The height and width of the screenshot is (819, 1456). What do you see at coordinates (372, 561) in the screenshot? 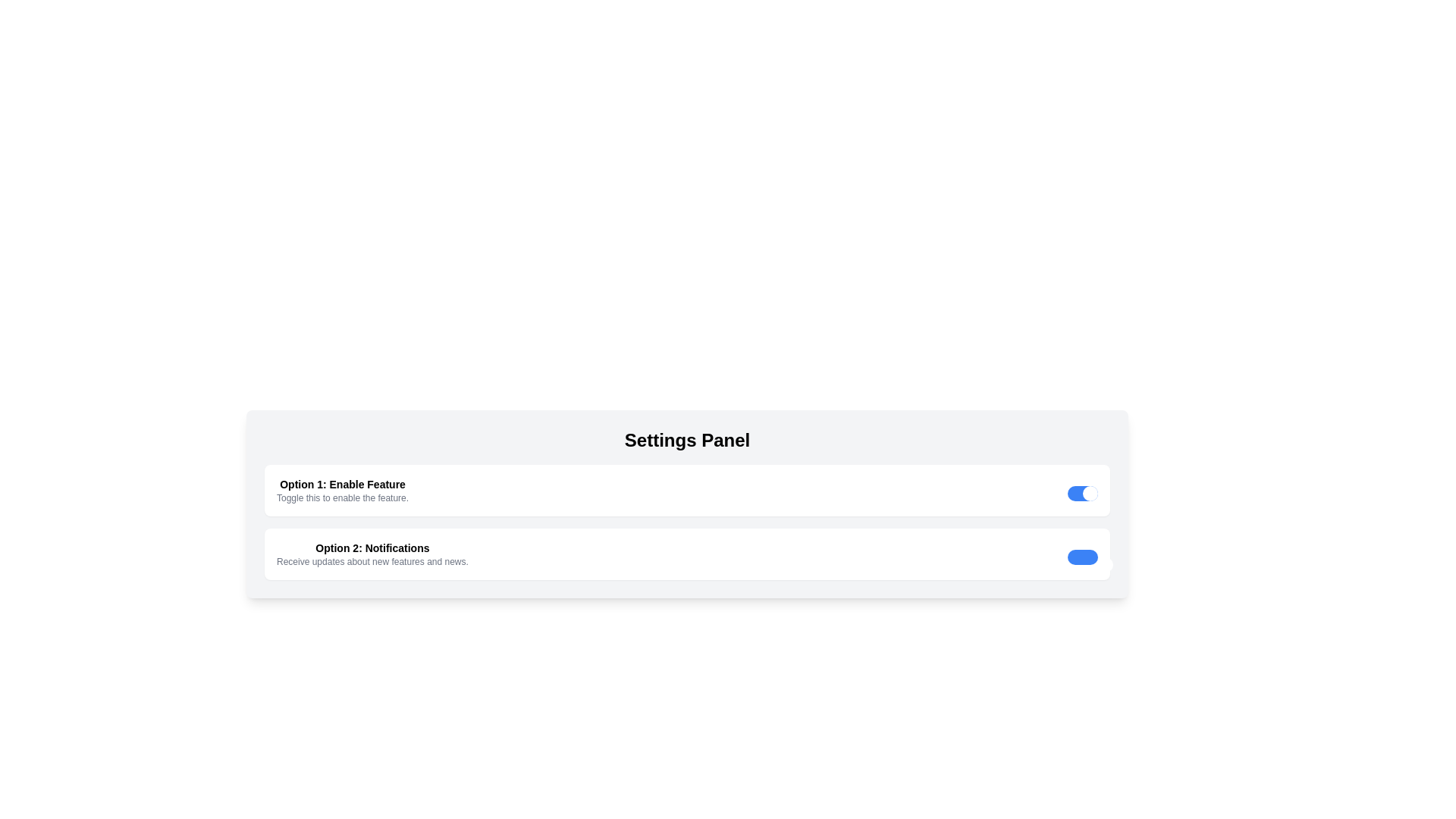
I see `the text element that reads 'Receive updates about new features and news.' which is styled in small, gray font and positioned underneath the title of 'Option 2: Notifications'` at bounding box center [372, 561].